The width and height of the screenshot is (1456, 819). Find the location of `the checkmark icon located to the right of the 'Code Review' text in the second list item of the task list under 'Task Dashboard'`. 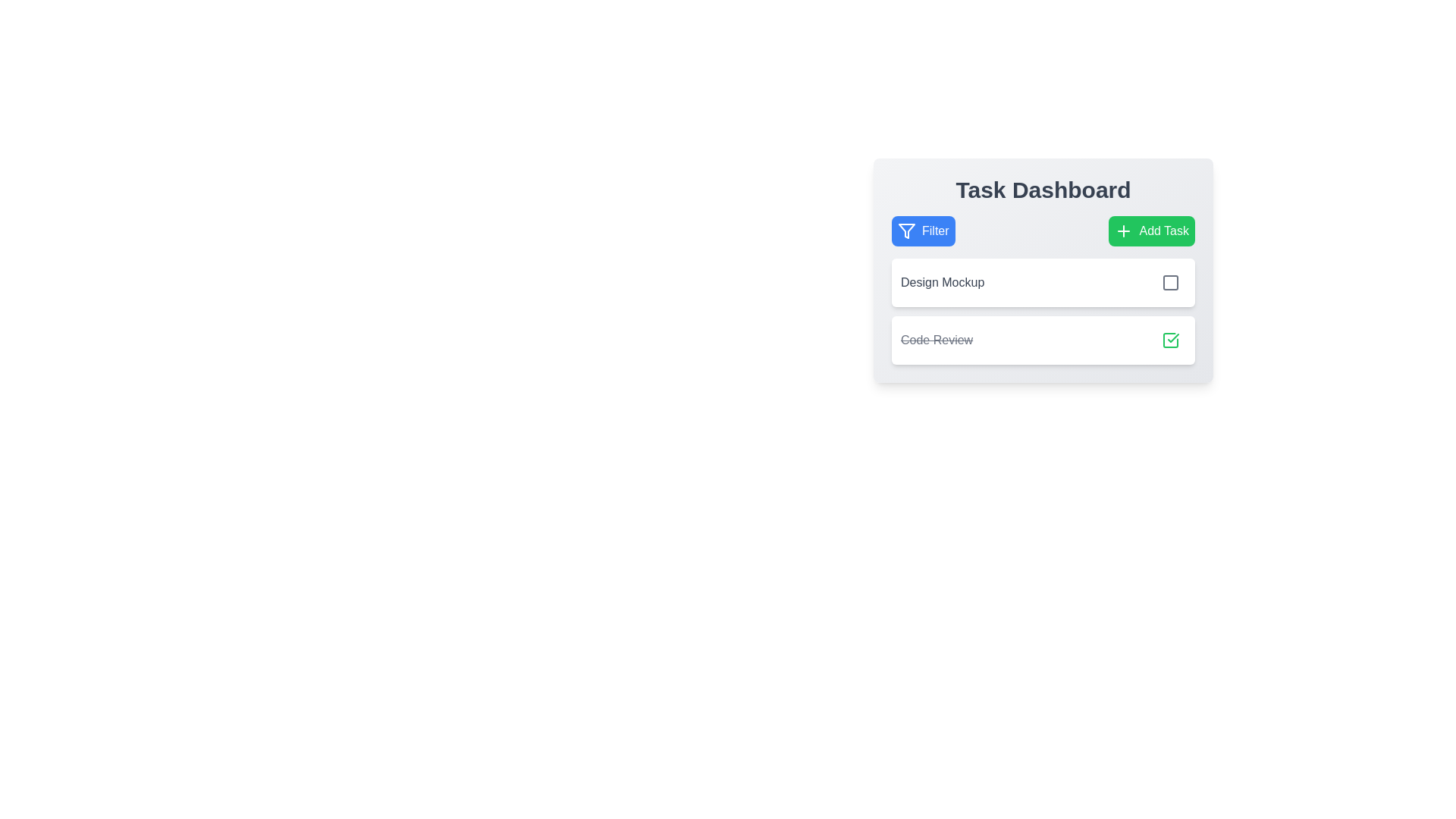

the checkmark icon located to the right of the 'Code Review' text in the second list item of the task list under 'Task Dashboard' is located at coordinates (1172, 337).